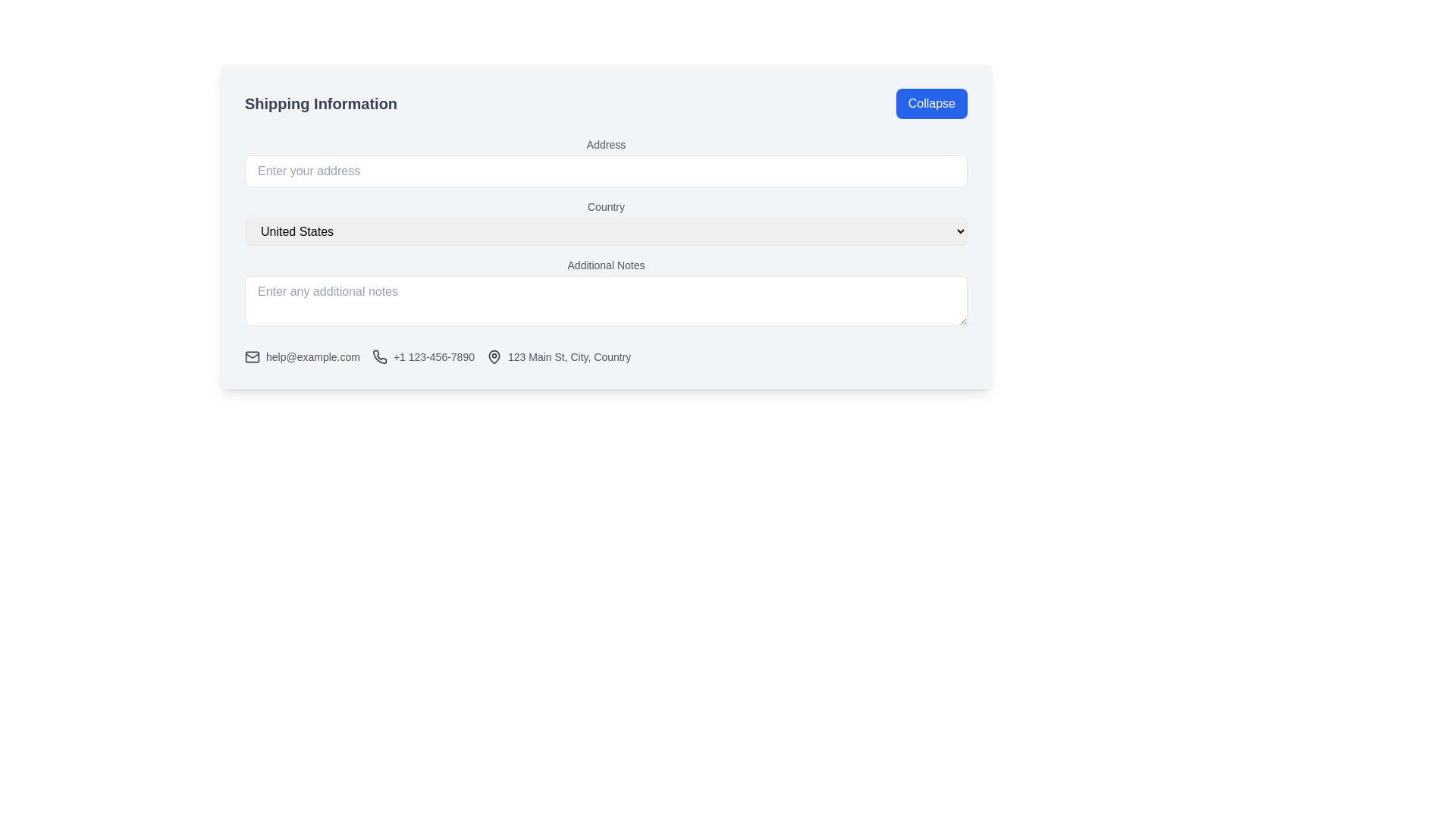 The height and width of the screenshot is (819, 1456). Describe the element at coordinates (379, 356) in the screenshot. I see `the phone contact icon located in the footer section of the Shipping Information card, positioned directly next to the phone number '+1 123-456-7890'` at that location.